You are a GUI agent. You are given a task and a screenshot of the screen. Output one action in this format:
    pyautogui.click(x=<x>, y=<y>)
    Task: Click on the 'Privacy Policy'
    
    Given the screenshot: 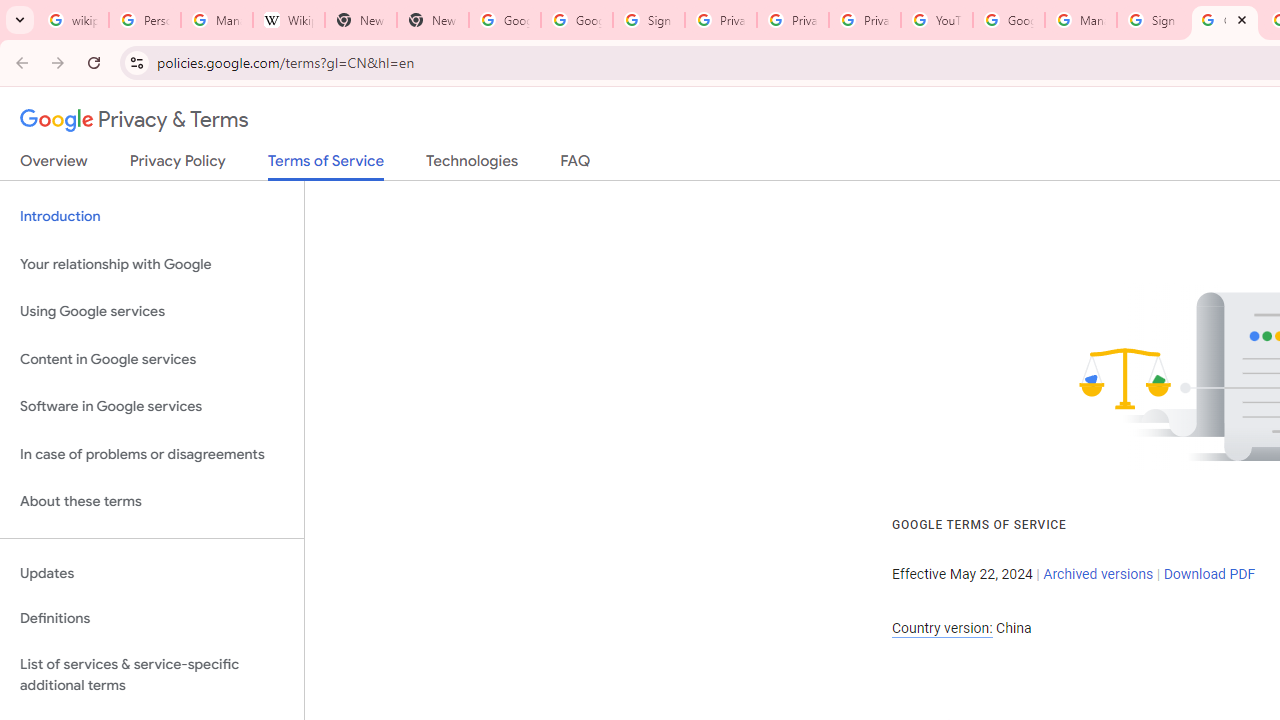 What is the action you would take?
    pyautogui.click(x=177, y=164)
    